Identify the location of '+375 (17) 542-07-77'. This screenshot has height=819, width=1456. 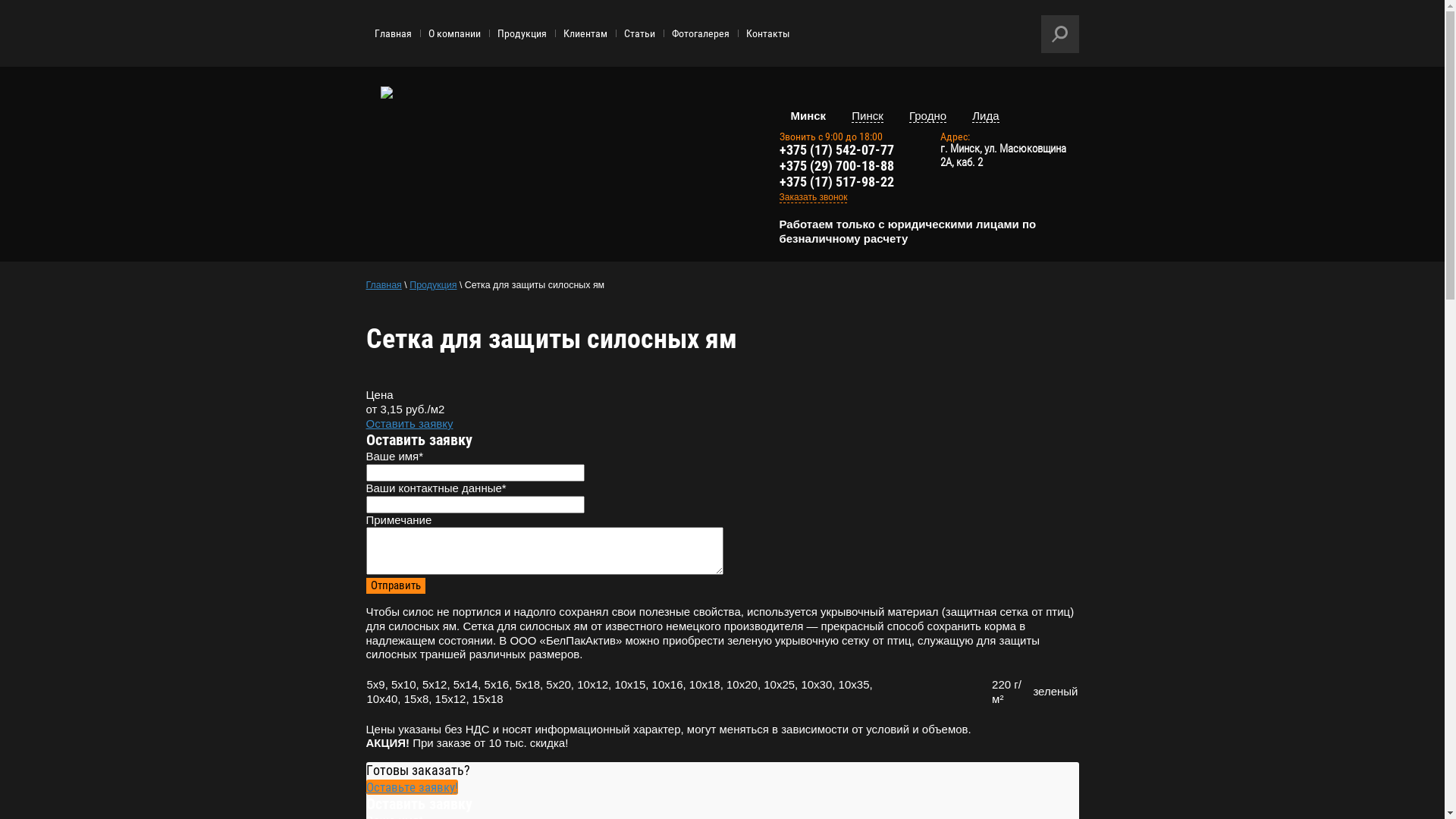
(779, 149).